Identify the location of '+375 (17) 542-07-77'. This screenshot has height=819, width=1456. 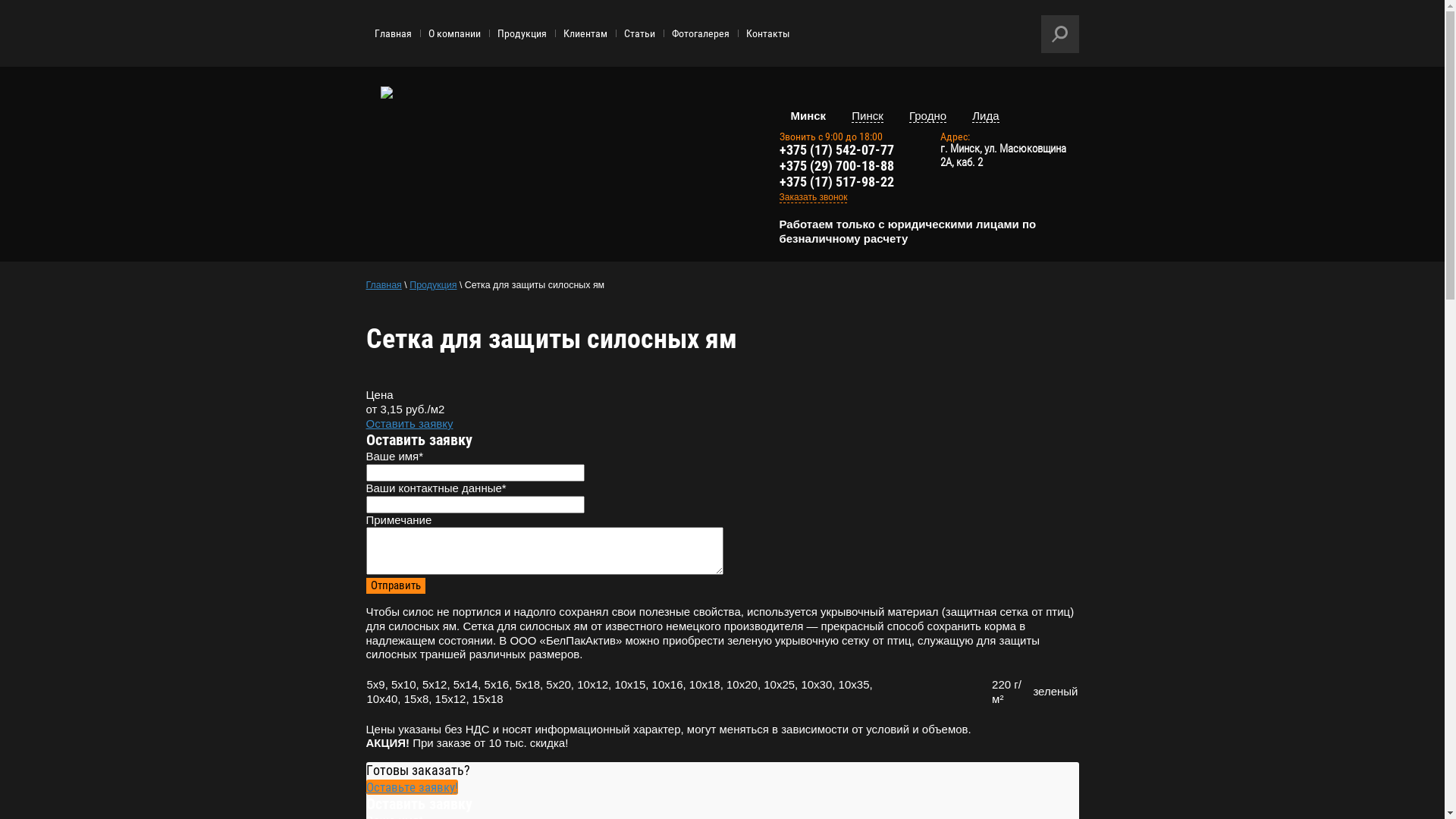
(779, 149).